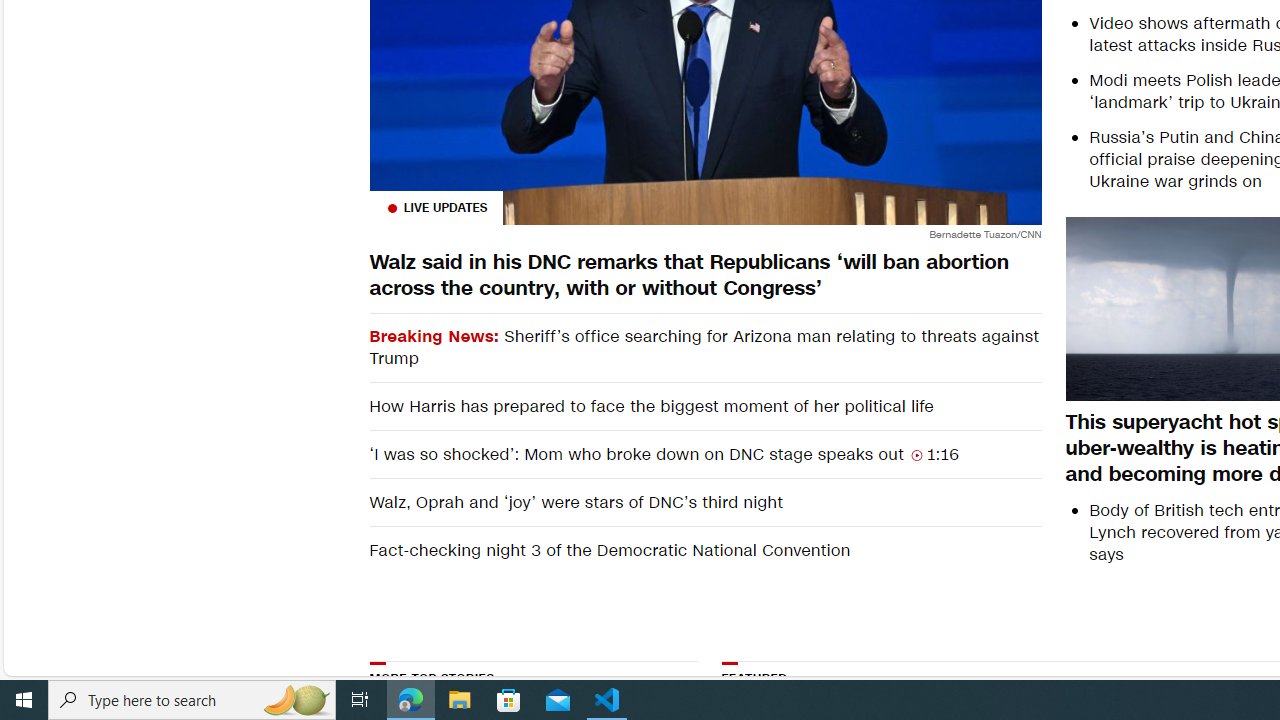 The height and width of the screenshot is (720, 1280). Describe the element at coordinates (705, 550) in the screenshot. I see `'Fact-checking night 3 of the Democratic National Convention'` at that location.